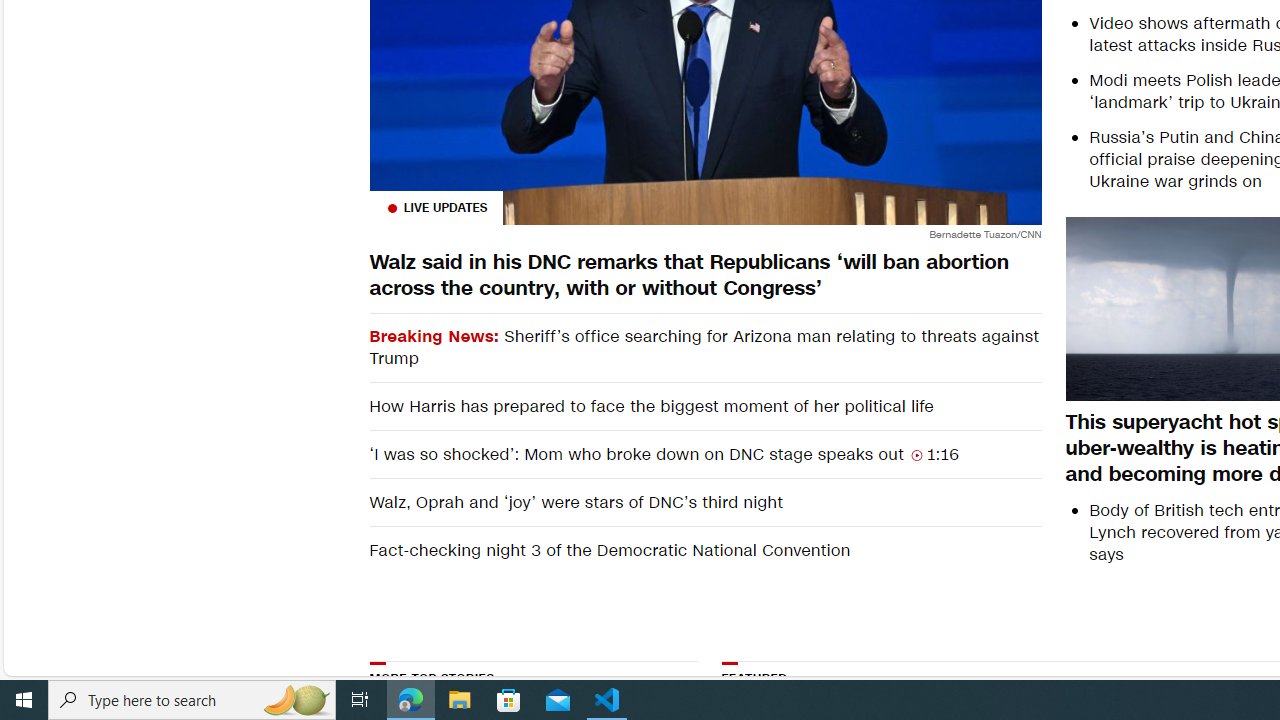 The height and width of the screenshot is (720, 1280). Describe the element at coordinates (705, 550) in the screenshot. I see `'Fact-checking night 3 of the Democratic National Convention'` at that location.